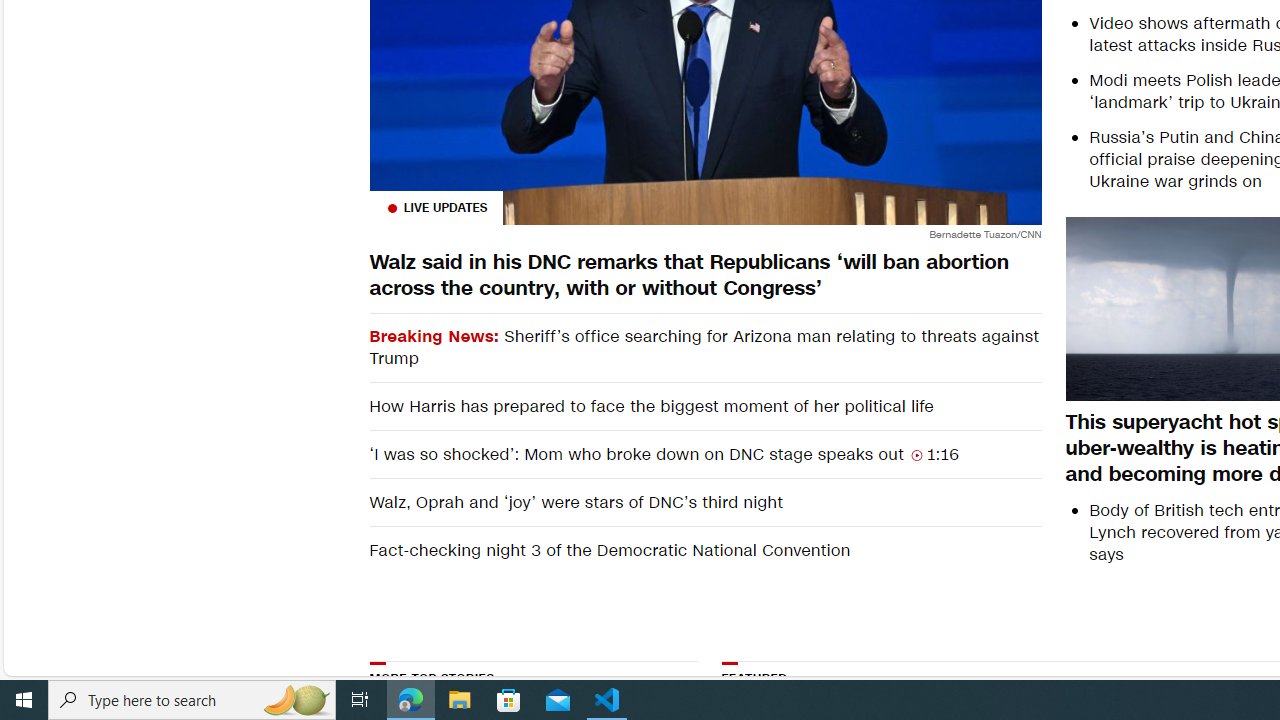 The height and width of the screenshot is (720, 1280). Describe the element at coordinates (705, 550) in the screenshot. I see `'Fact-checking night 3 of the Democratic National Convention'` at that location.